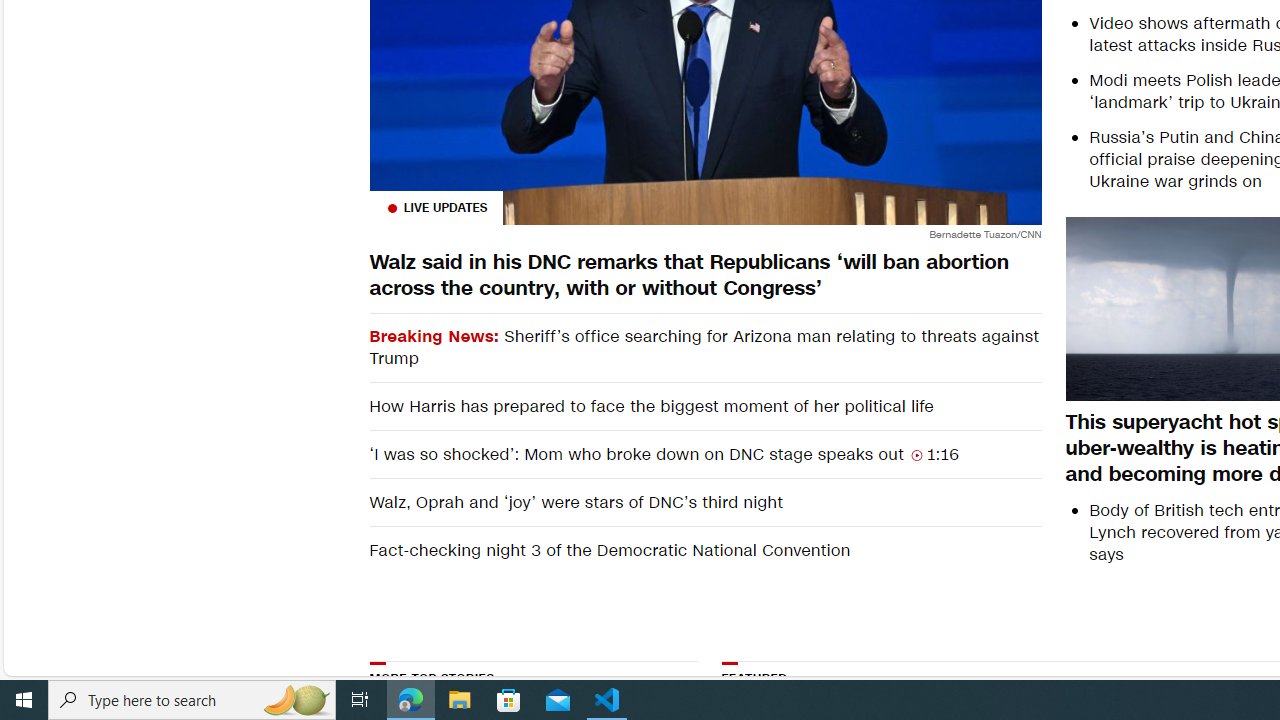 The height and width of the screenshot is (720, 1280). Describe the element at coordinates (705, 550) in the screenshot. I see `'Fact-checking night 3 of the Democratic National Convention'` at that location.